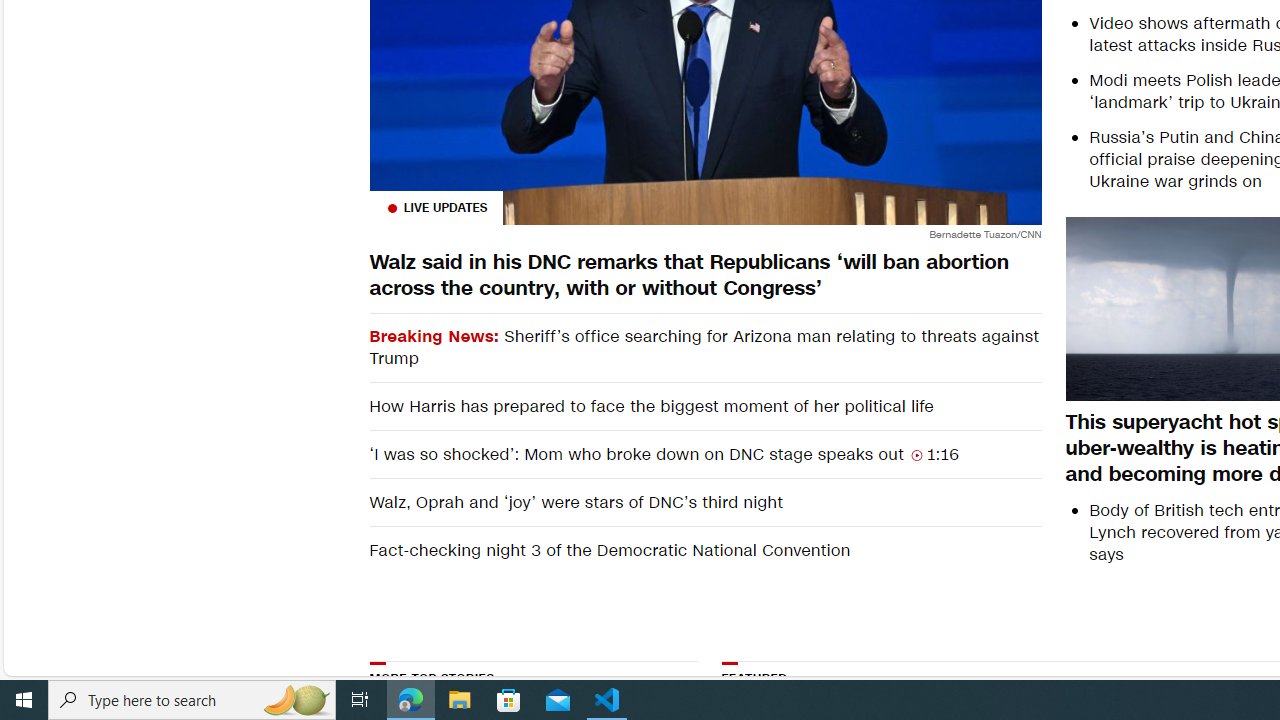 The height and width of the screenshot is (720, 1280). Describe the element at coordinates (705, 550) in the screenshot. I see `'Fact-checking night 3 of the Democratic National Convention'` at that location.